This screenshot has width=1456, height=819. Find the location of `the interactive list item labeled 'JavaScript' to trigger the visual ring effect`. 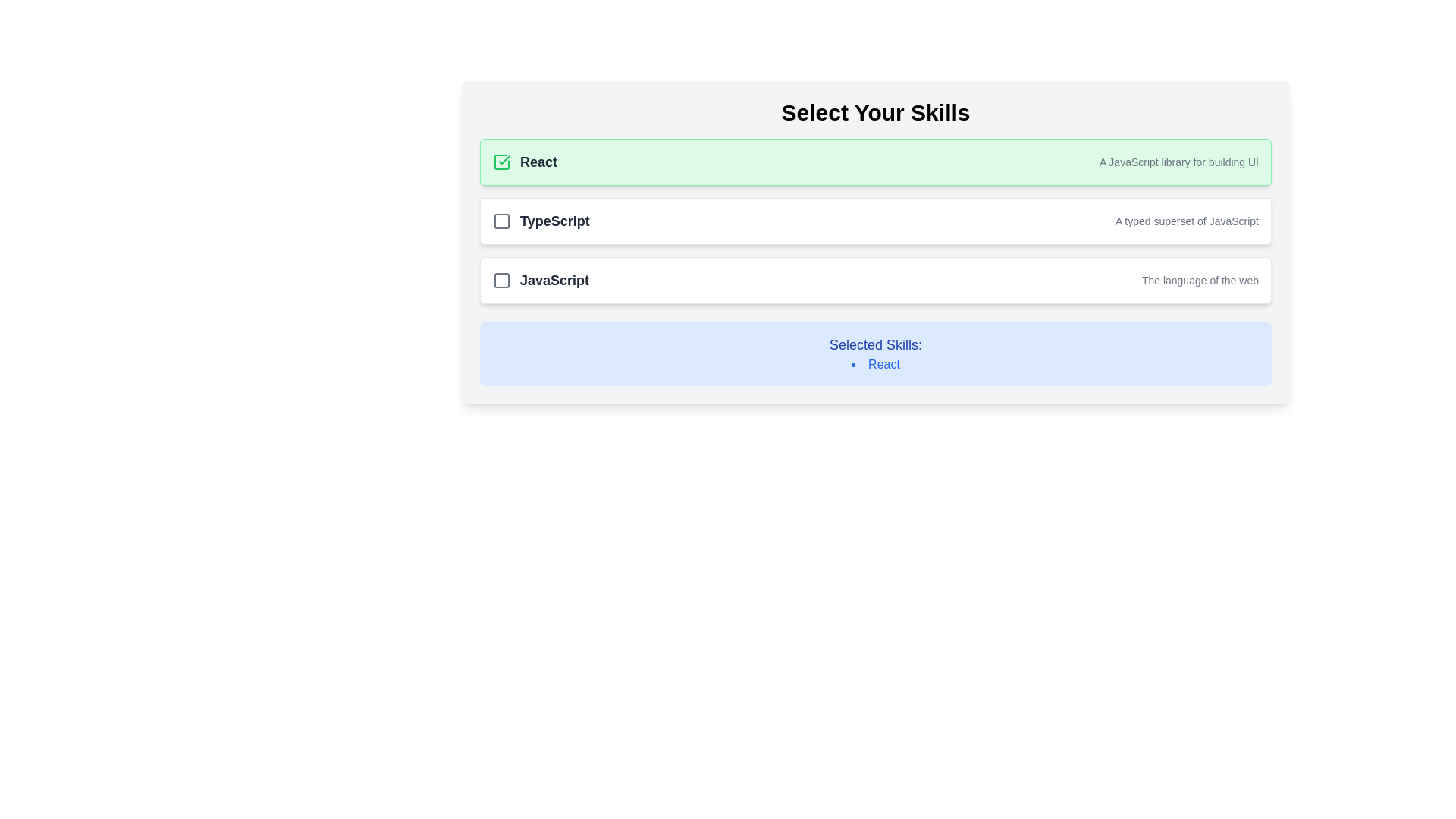

the interactive list item labeled 'JavaScript' to trigger the visual ring effect is located at coordinates (876, 281).